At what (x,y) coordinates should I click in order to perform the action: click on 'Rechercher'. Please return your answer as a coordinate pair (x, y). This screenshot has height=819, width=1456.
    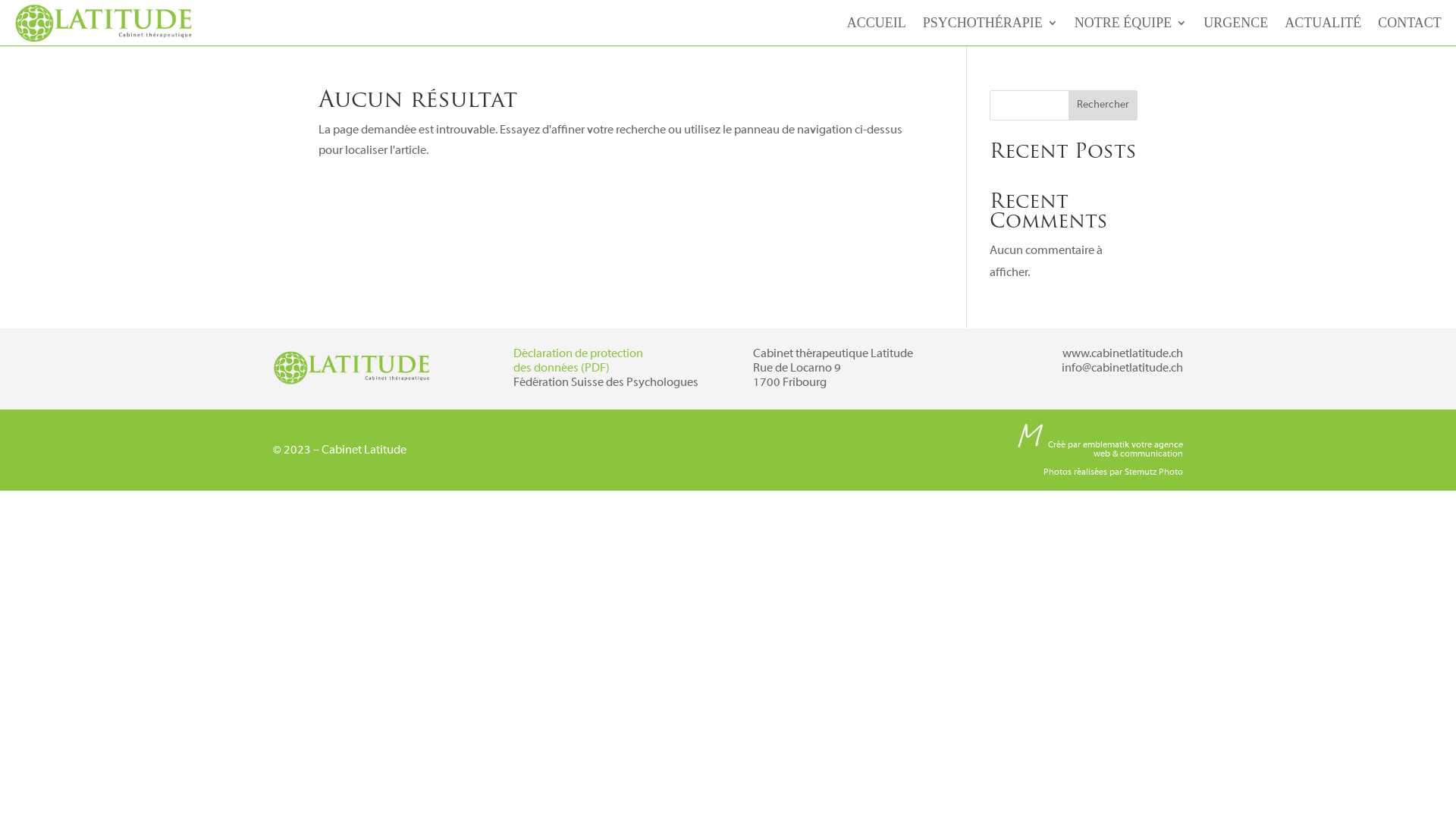
    Looking at the image, I should click on (1068, 104).